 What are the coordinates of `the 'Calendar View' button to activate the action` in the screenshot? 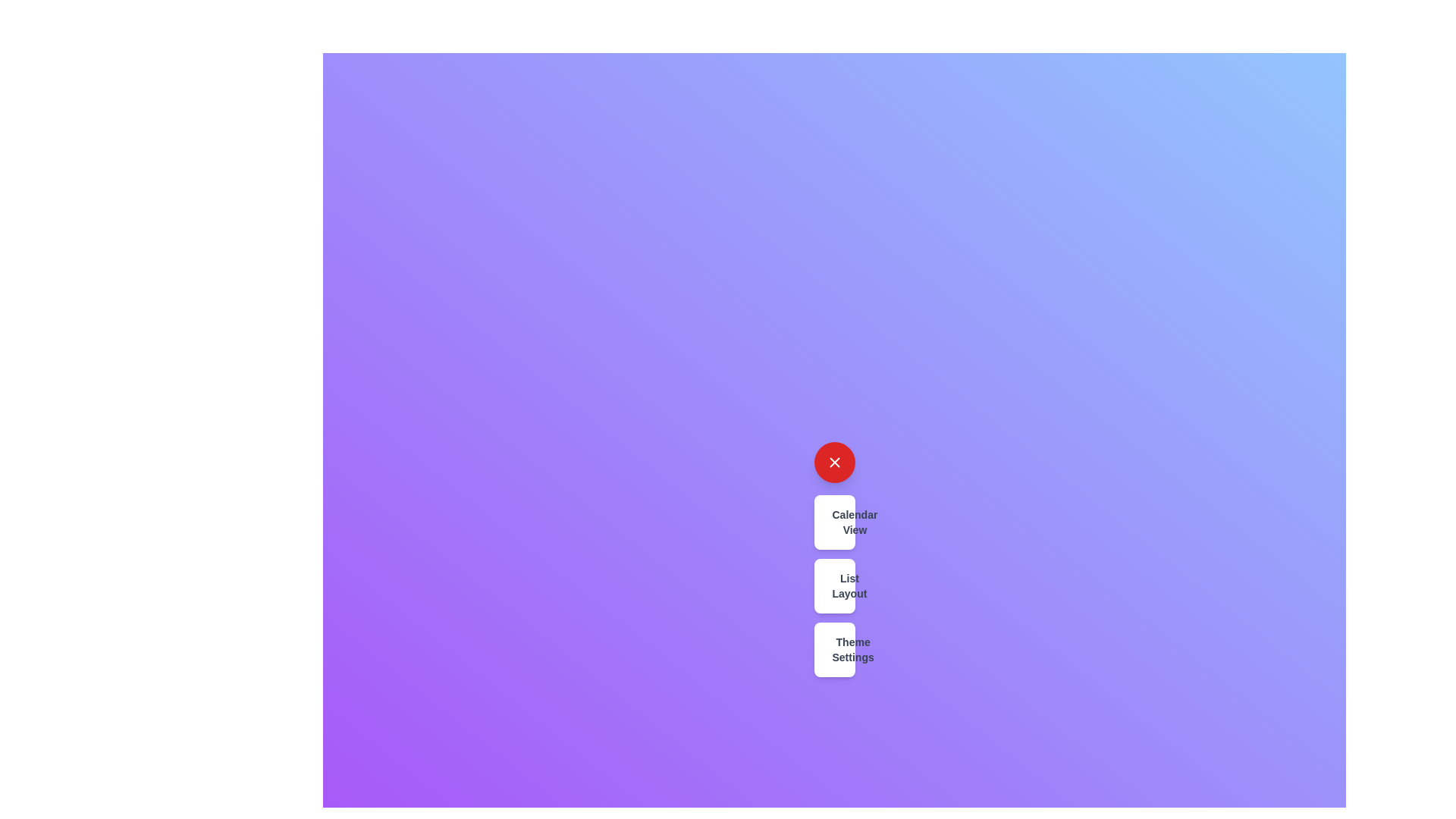 It's located at (833, 522).